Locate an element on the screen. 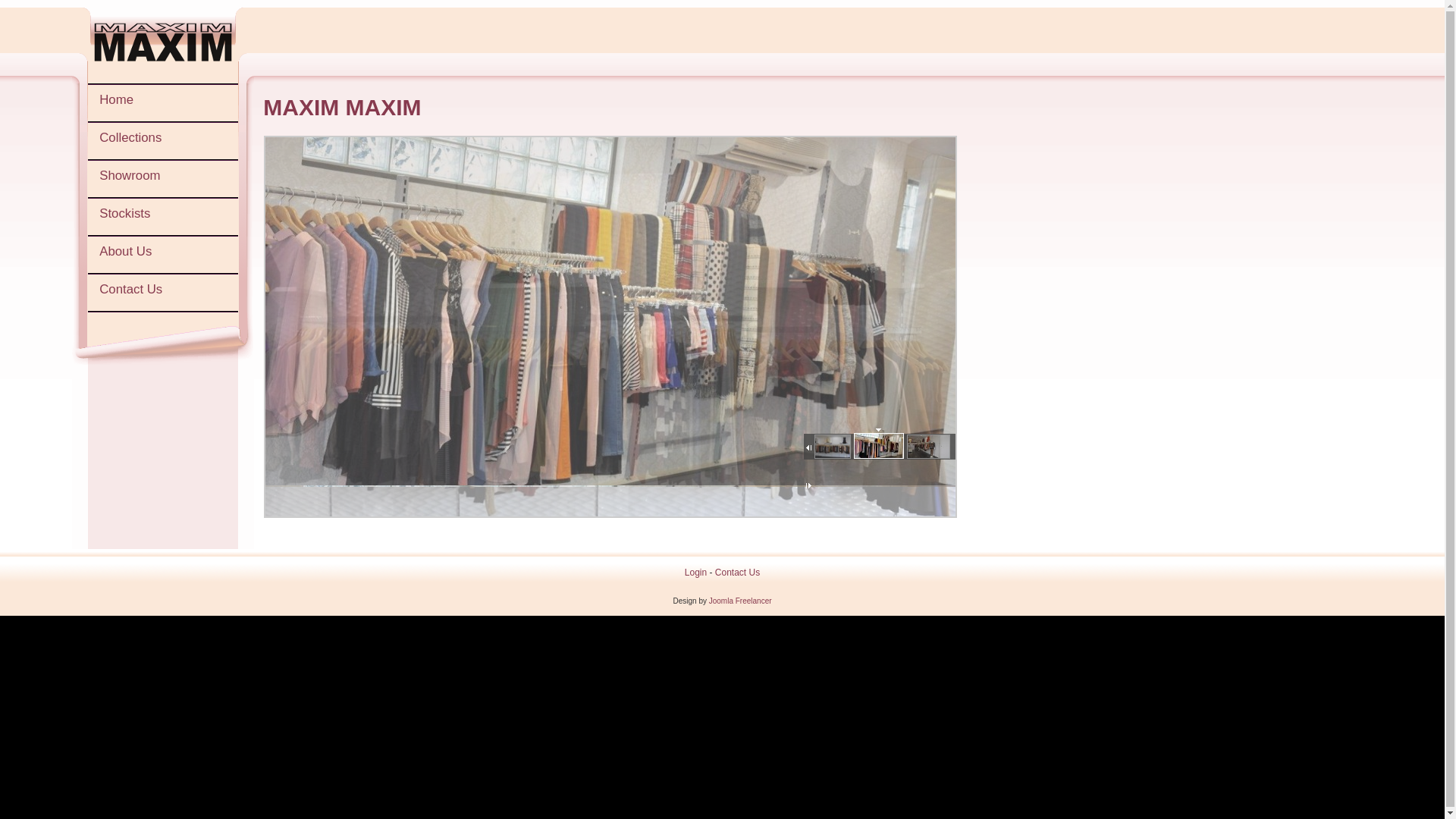  'Home' is located at coordinates (163, 103).